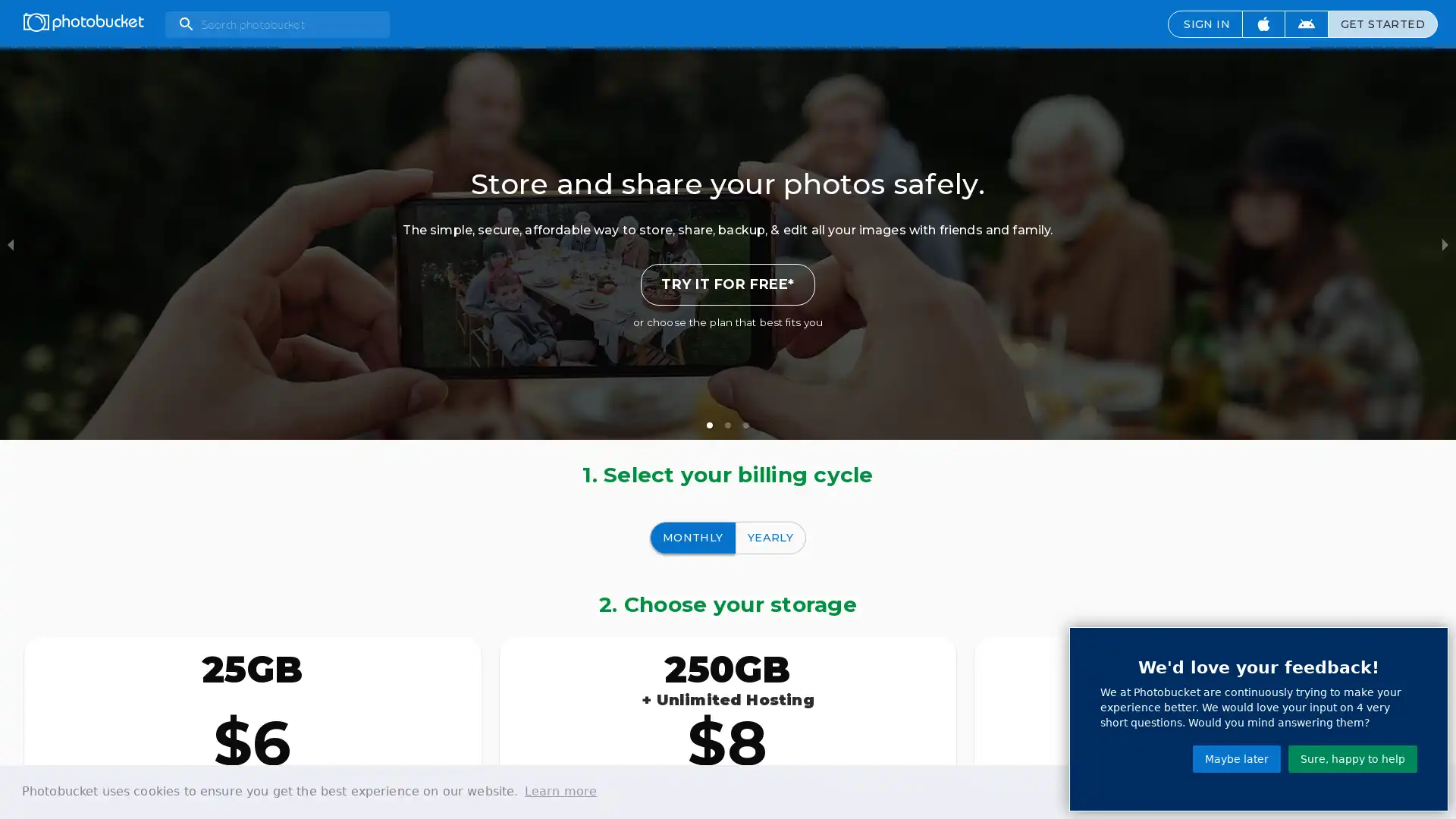  Describe the element at coordinates (709, 424) in the screenshot. I see `slide item 1` at that location.